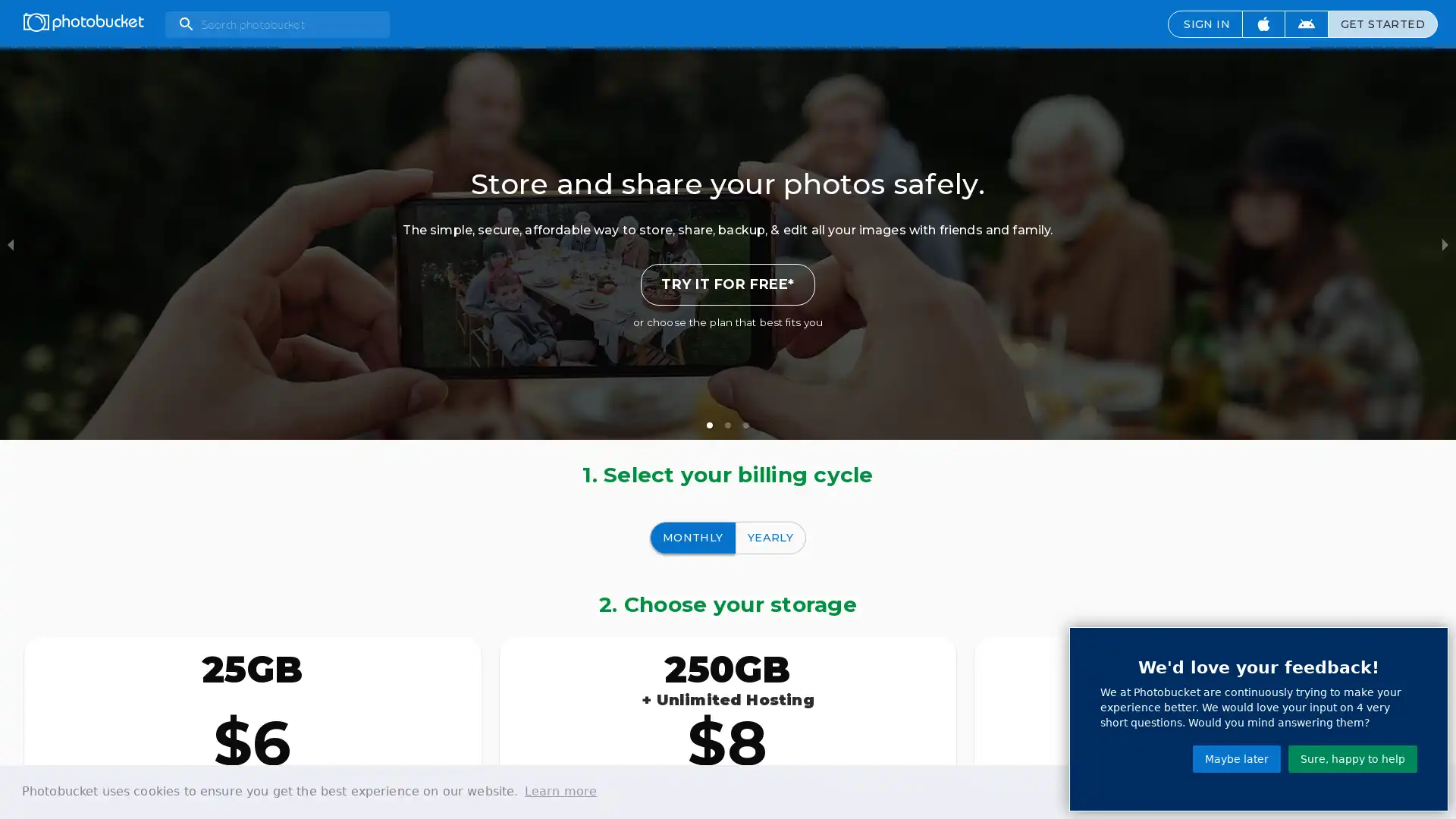  Describe the element at coordinates (709, 424) in the screenshot. I see `slide item 1` at that location.